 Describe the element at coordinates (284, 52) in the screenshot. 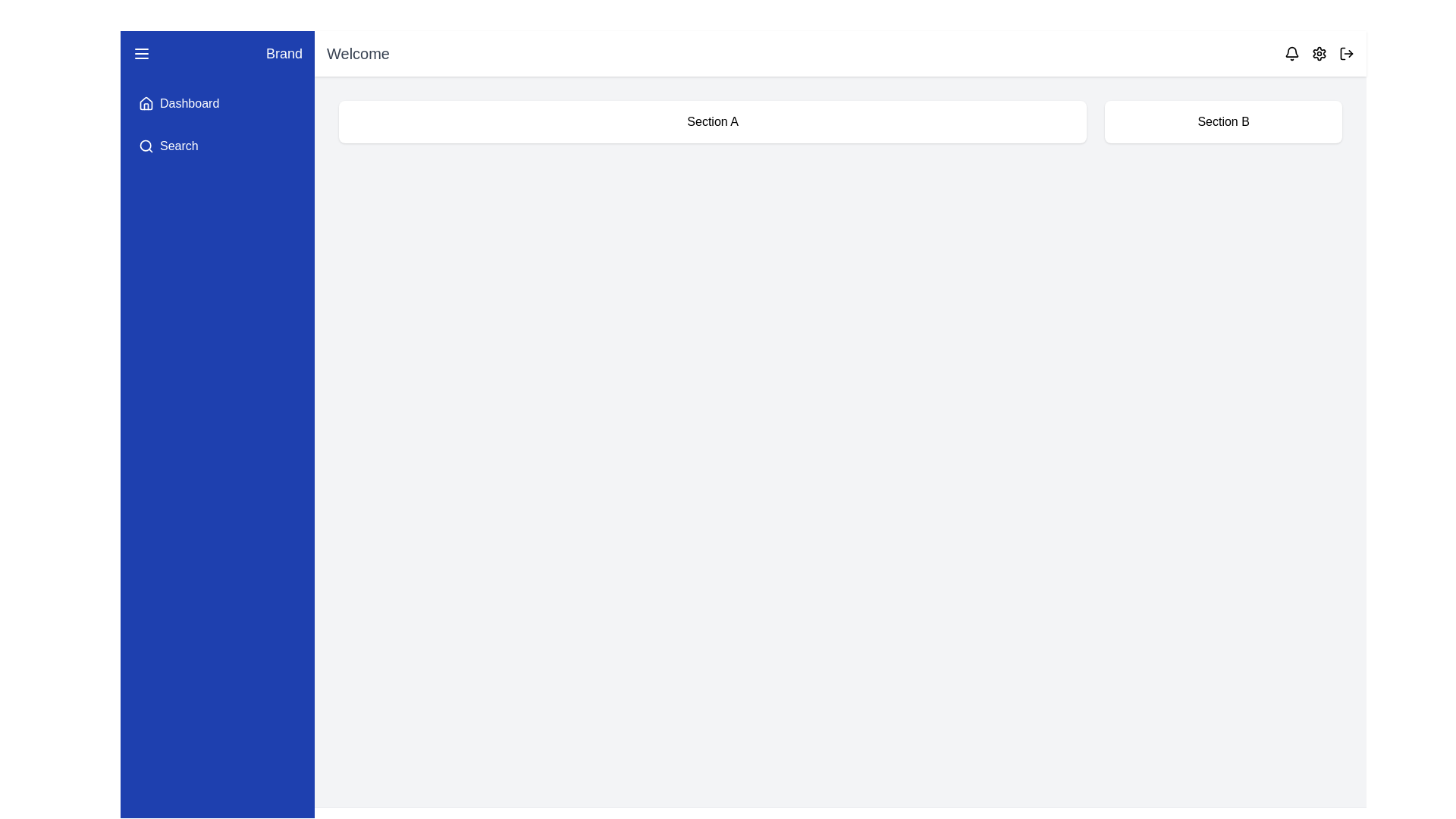

I see `text of the label displaying 'Brand' located on a blue background ribbon in the top left corner of the page` at that location.